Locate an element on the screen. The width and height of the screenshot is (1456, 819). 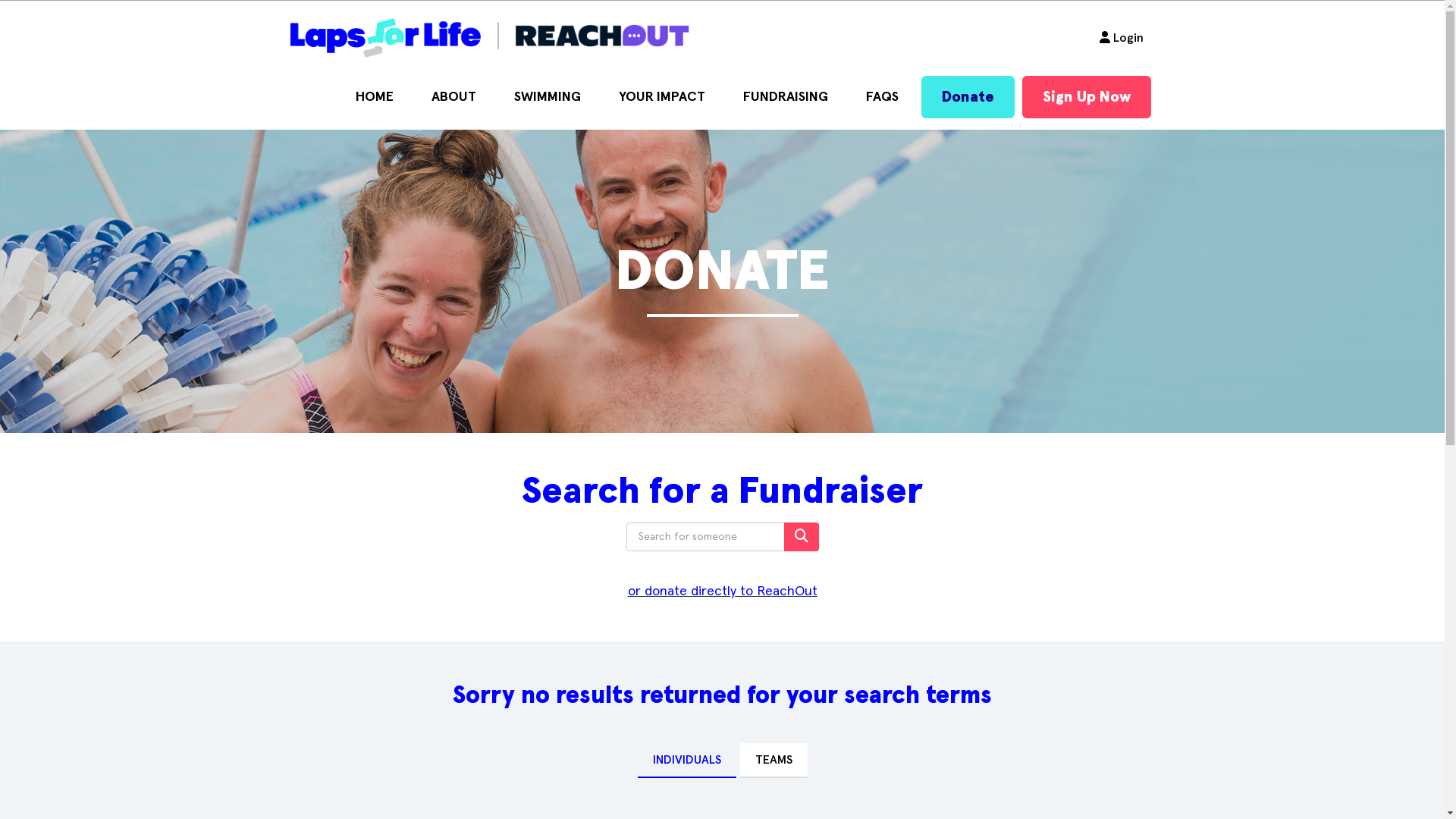
'ABOUT' is located at coordinates (412, 97).